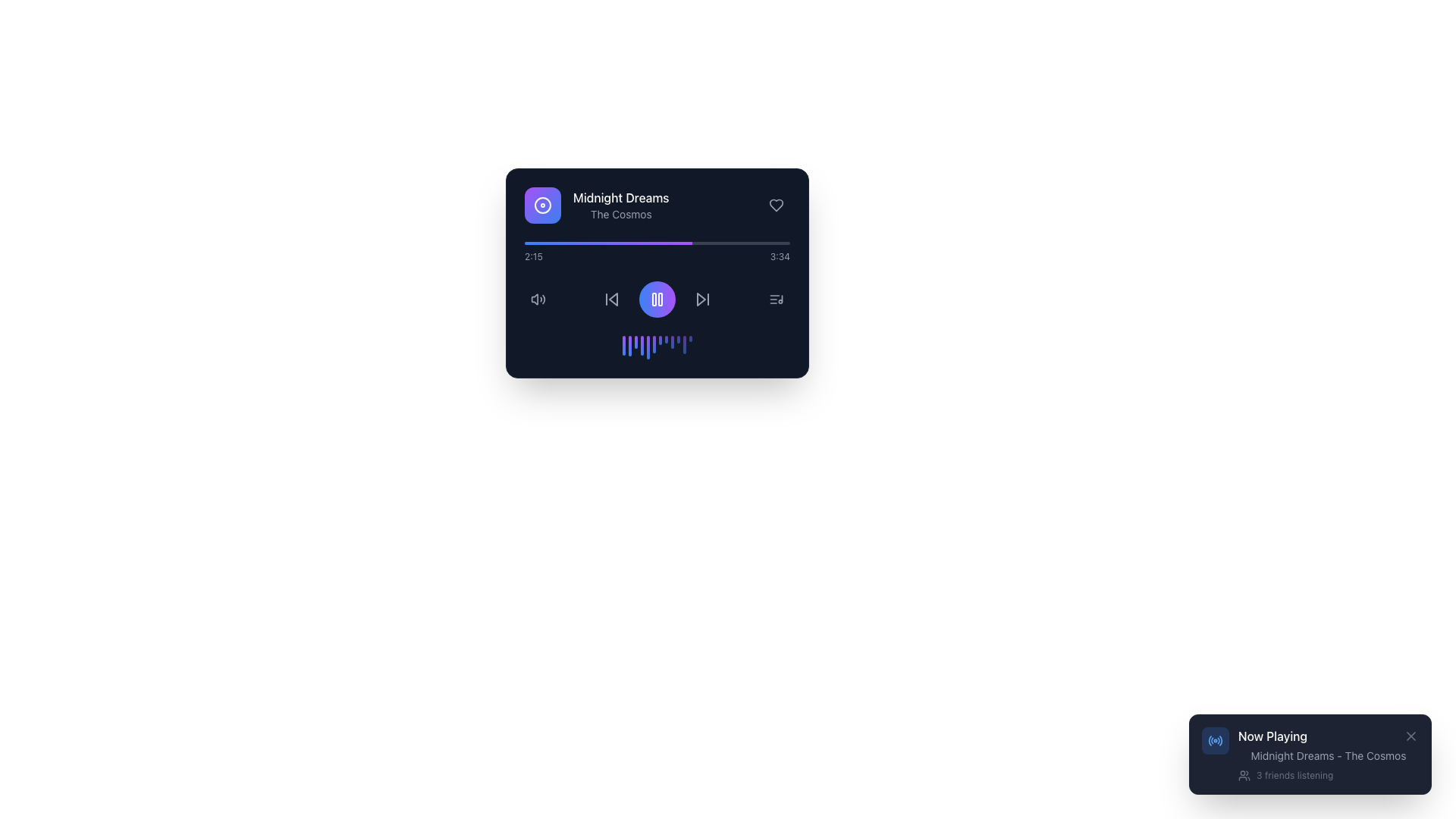 Image resolution: width=1456 pixels, height=819 pixels. Describe the element at coordinates (701, 299) in the screenshot. I see `the next item Icon button in the media player to skip forward` at that location.